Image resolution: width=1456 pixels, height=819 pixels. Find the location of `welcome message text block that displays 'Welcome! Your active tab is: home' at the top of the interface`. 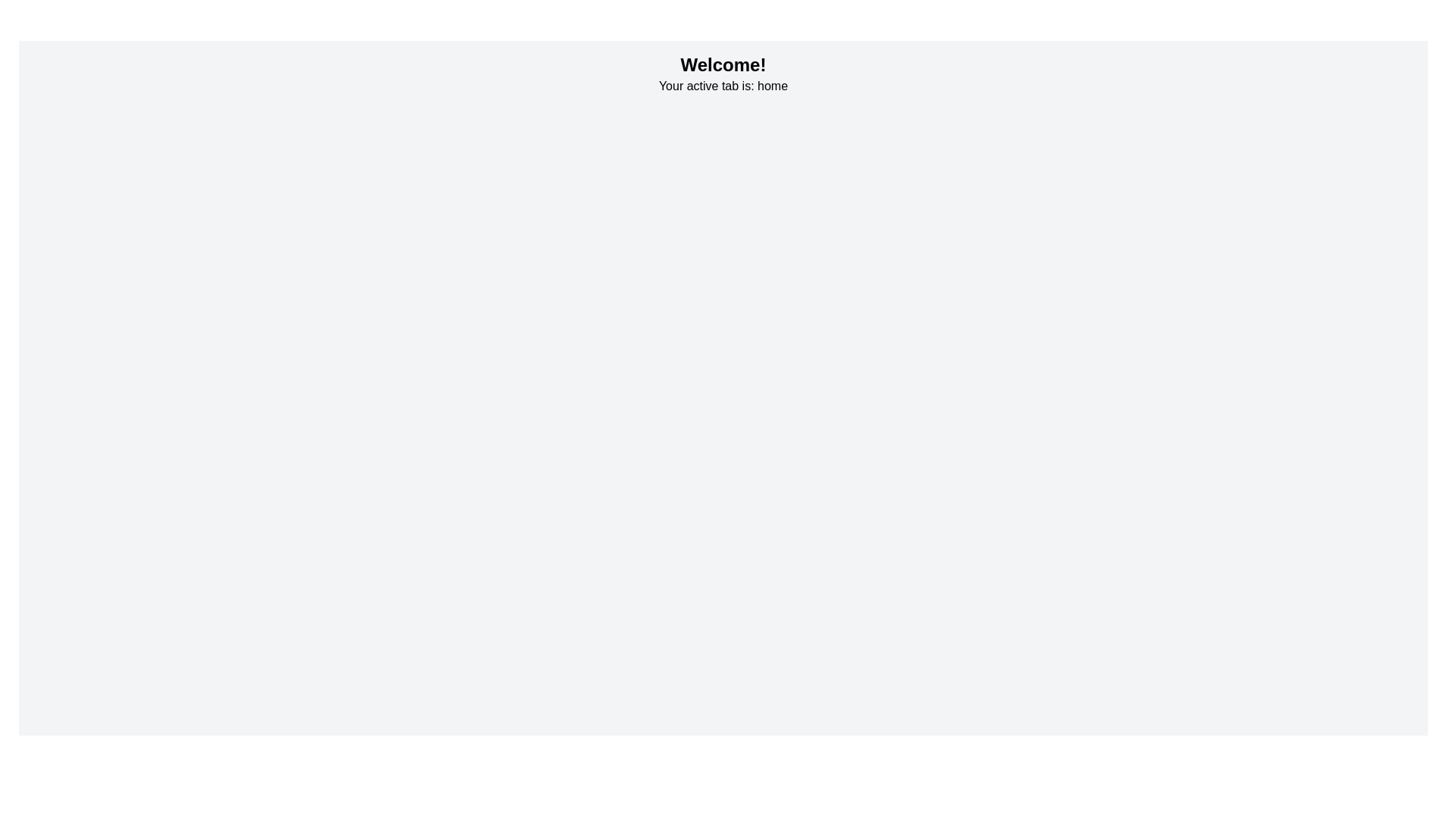

welcome message text block that displays 'Welcome! Your active tab is: home' at the top of the interface is located at coordinates (723, 74).